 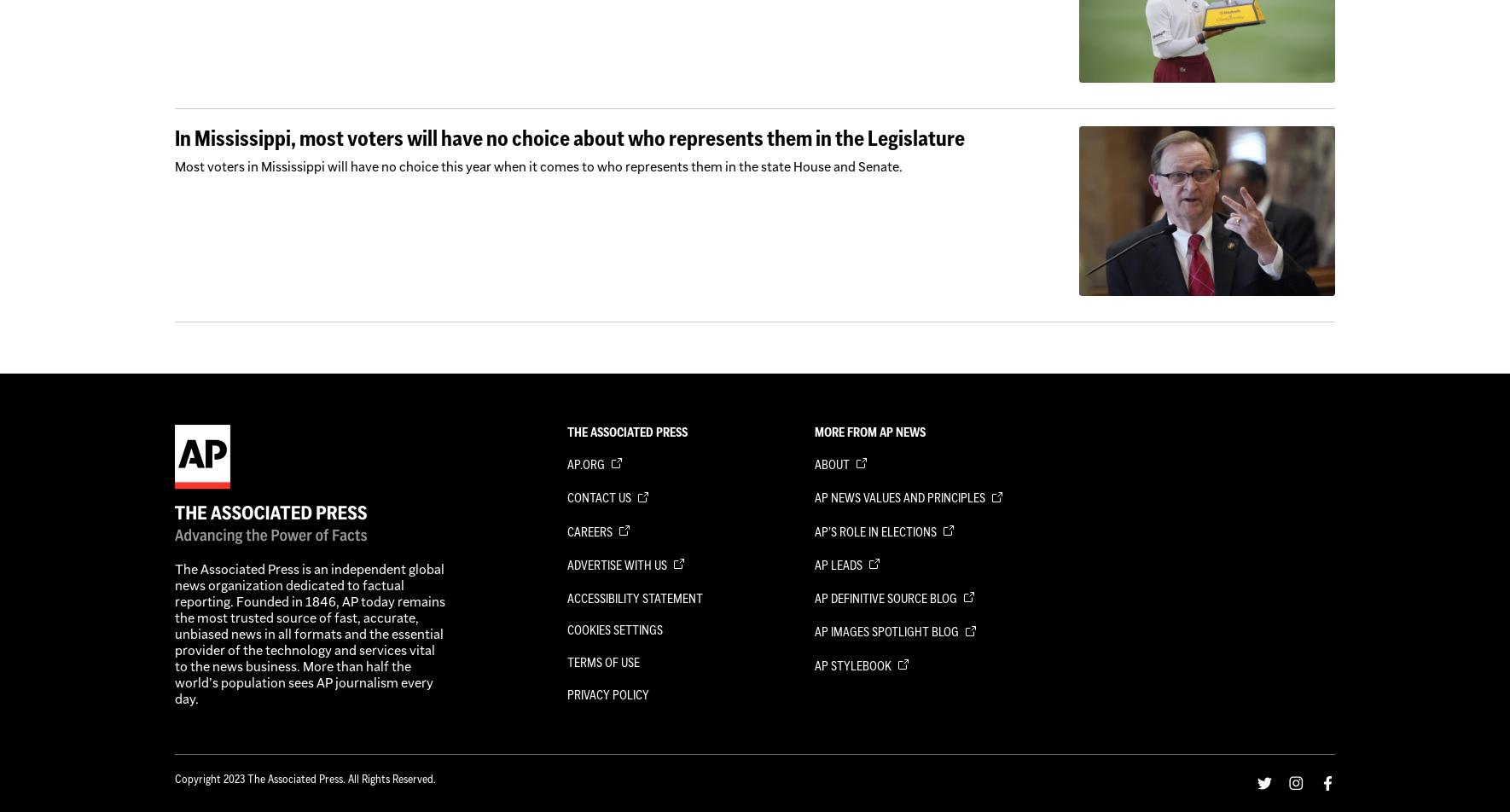 What do you see at coordinates (589, 531) in the screenshot?
I see `'Careers'` at bounding box center [589, 531].